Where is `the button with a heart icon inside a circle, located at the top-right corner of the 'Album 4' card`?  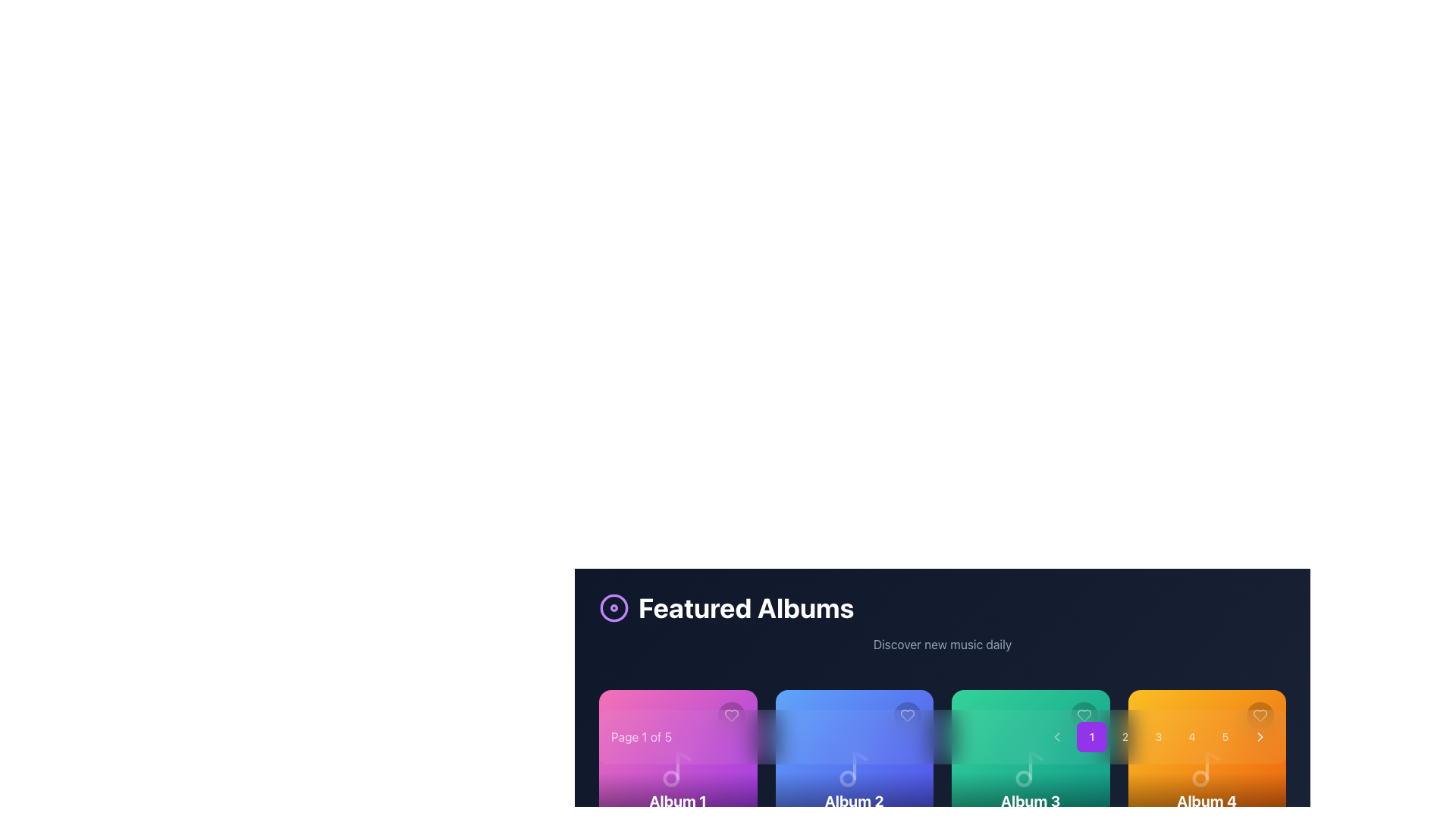 the button with a heart icon inside a circle, located at the top-right corner of the 'Album 4' card is located at coordinates (1260, 716).